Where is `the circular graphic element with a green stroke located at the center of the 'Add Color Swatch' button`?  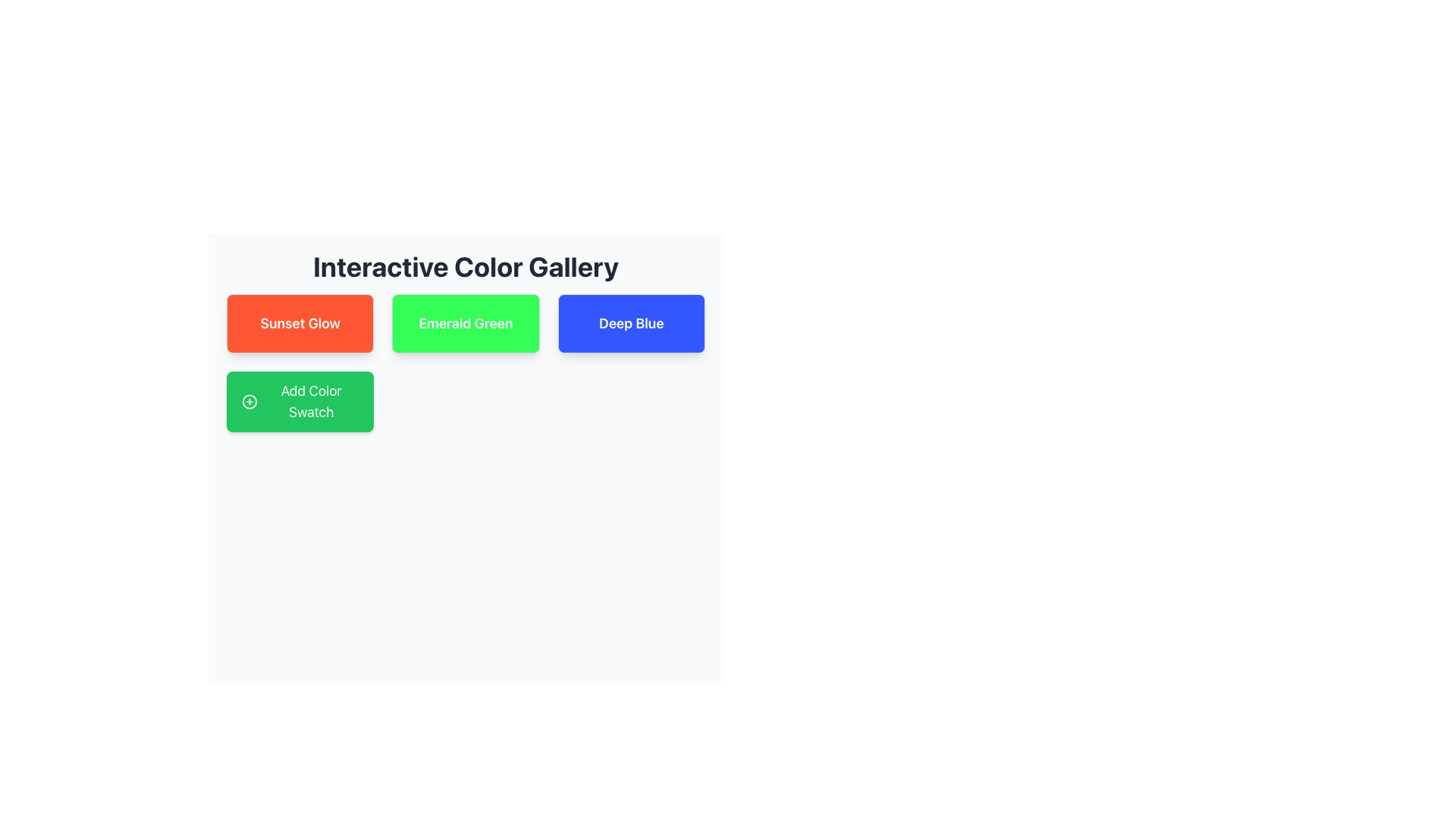 the circular graphic element with a green stroke located at the center of the 'Add Color Swatch' button is located at coordinates (249, 400).